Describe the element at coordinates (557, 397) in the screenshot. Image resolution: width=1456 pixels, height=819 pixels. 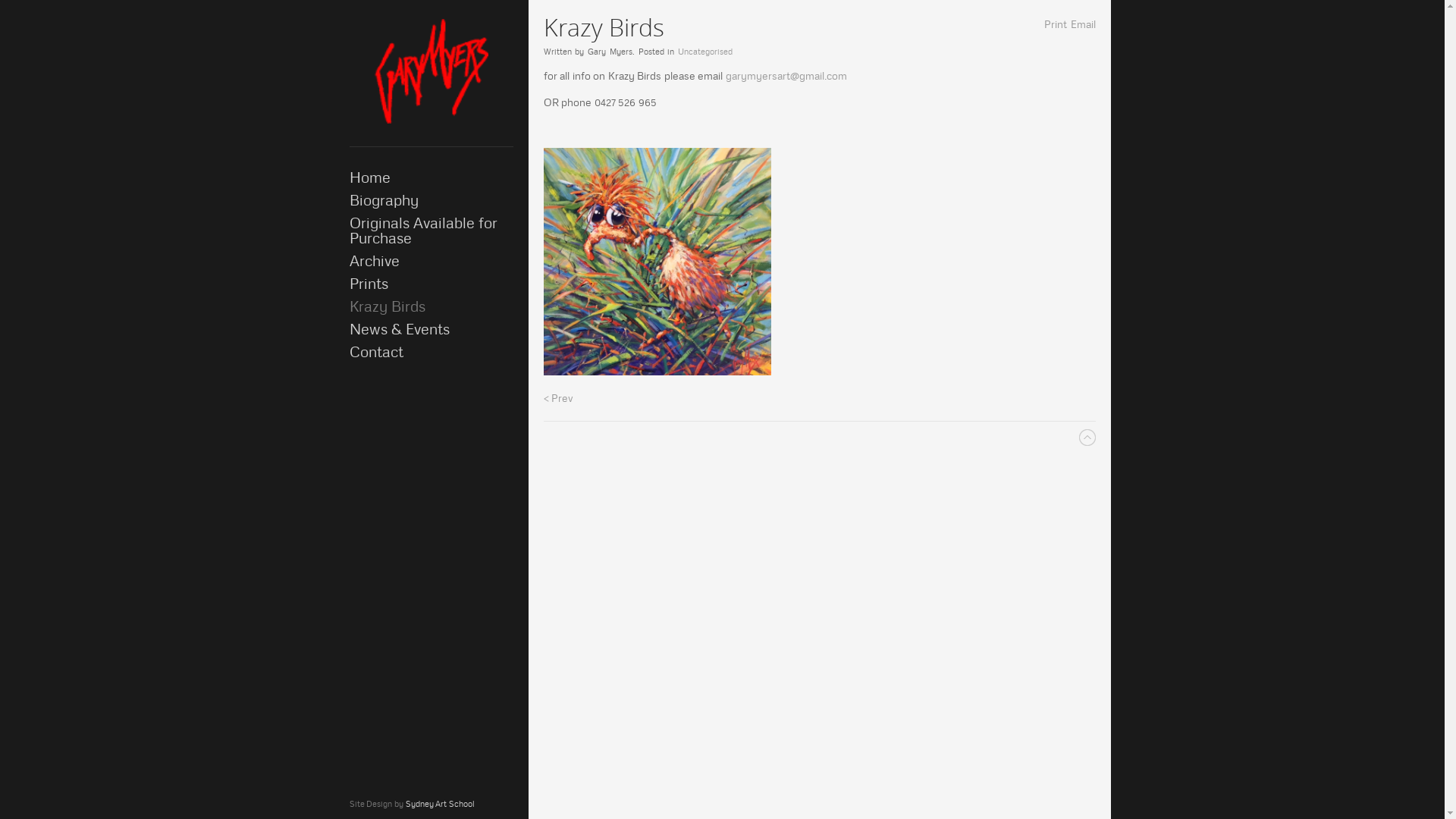
I see `'< Prev'` at that location.